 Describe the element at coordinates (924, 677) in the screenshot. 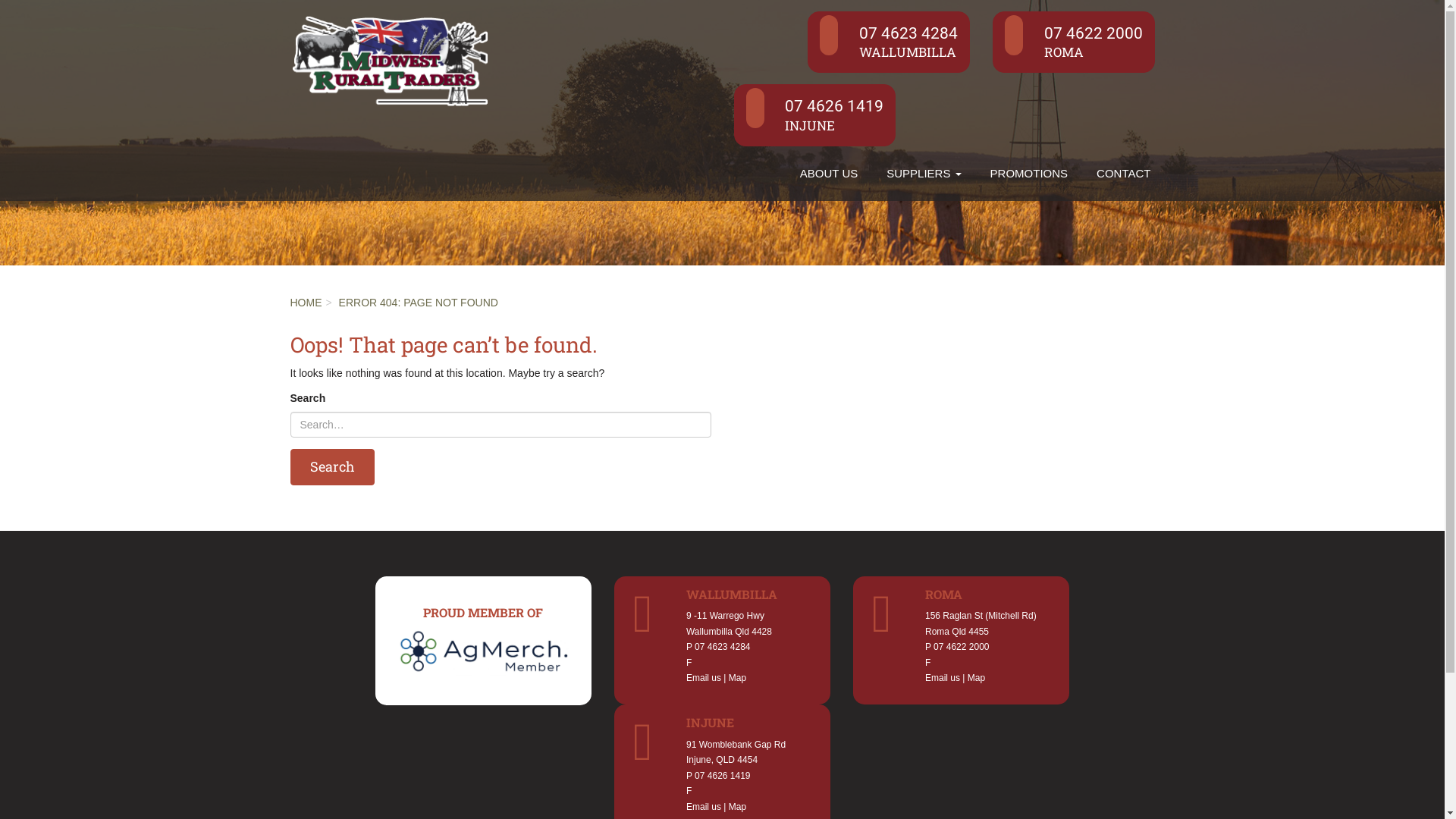

I see `'Email us'` at that location.